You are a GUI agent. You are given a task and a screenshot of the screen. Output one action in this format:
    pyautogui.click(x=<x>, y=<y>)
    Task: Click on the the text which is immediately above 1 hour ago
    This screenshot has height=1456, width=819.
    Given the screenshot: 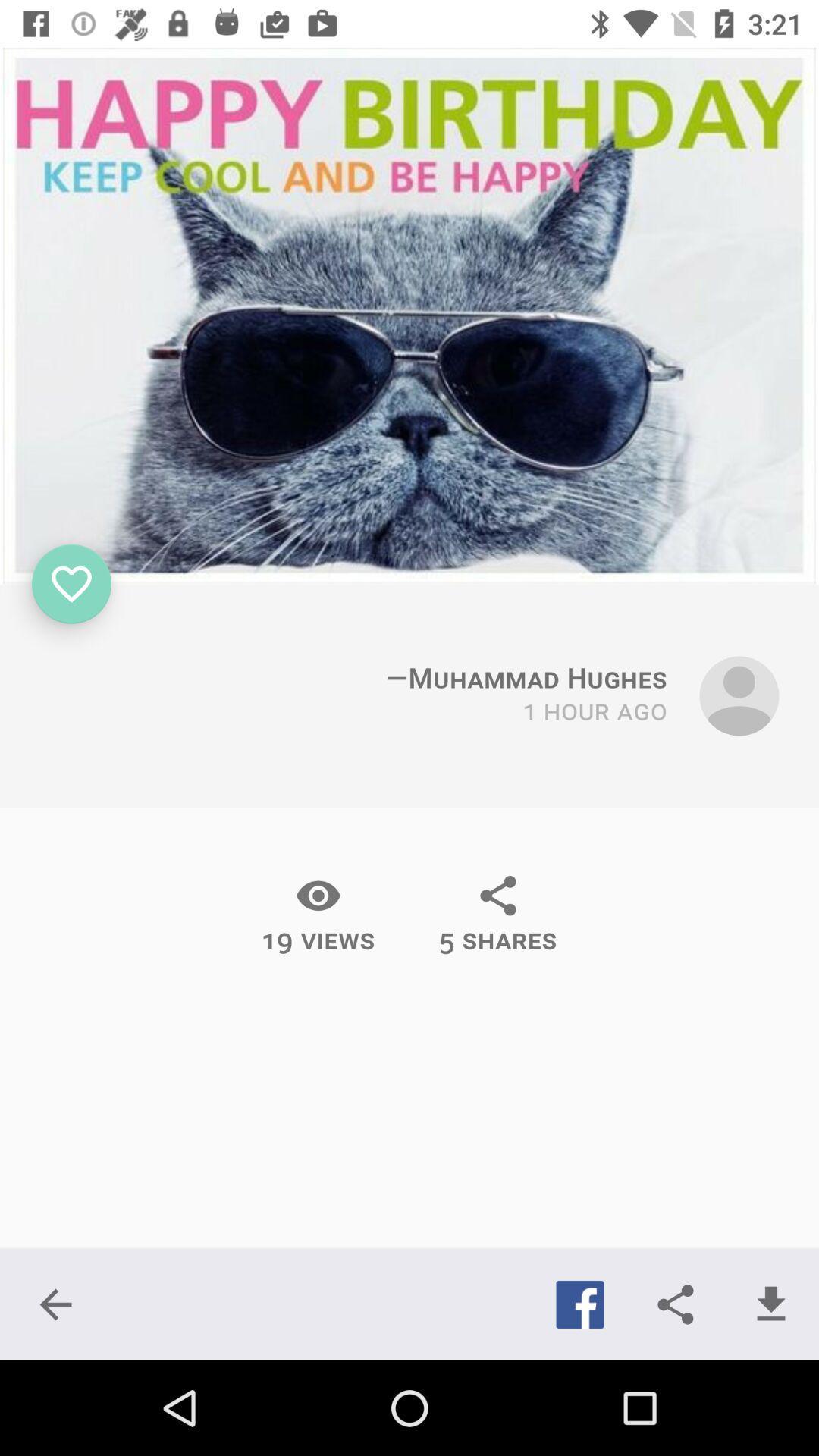 What is the action you would take?
    pyautogui.click(x=526, y=671)
    